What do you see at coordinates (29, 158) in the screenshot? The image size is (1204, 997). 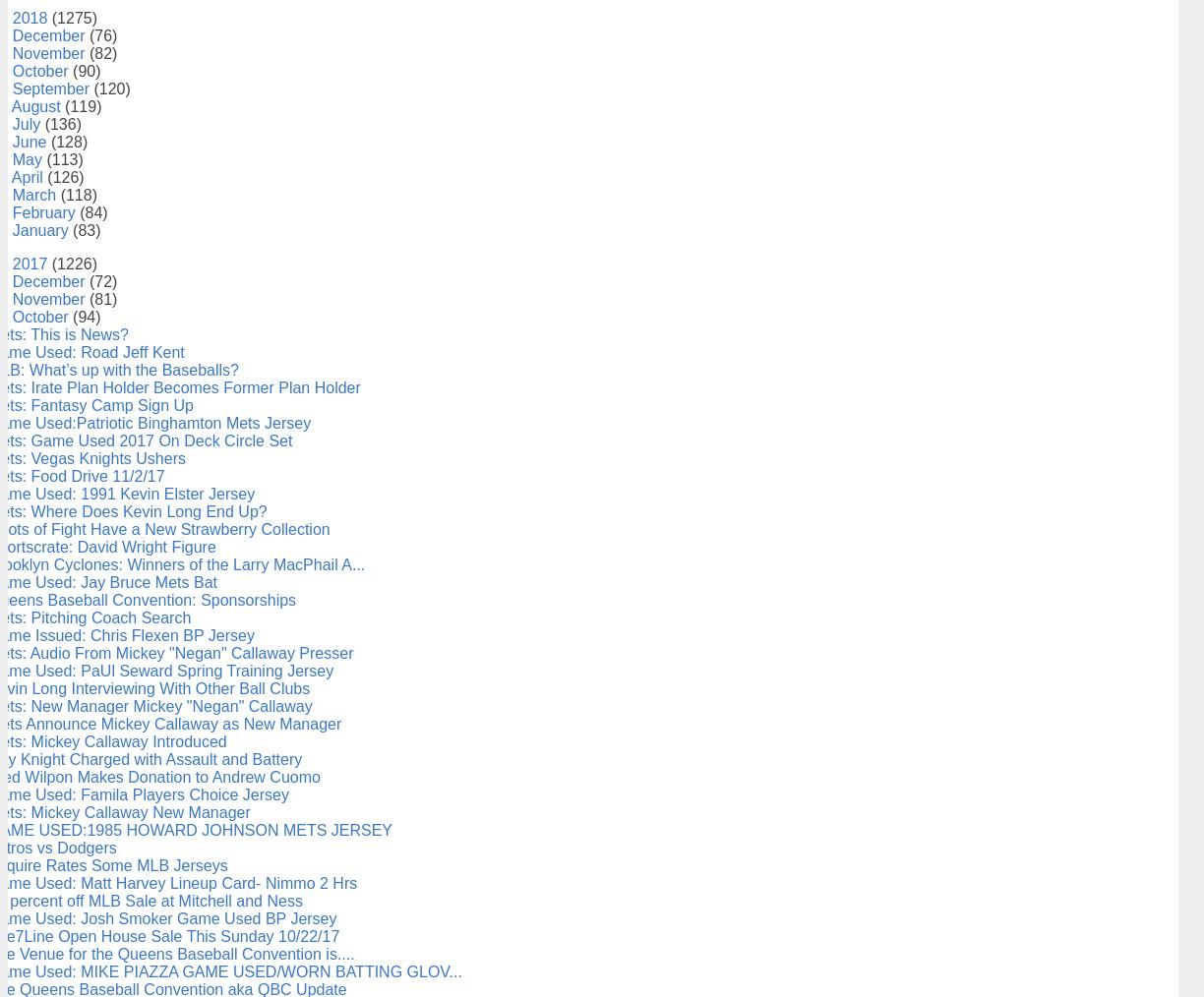 I see `'May'` at bounding box center [29, 158].